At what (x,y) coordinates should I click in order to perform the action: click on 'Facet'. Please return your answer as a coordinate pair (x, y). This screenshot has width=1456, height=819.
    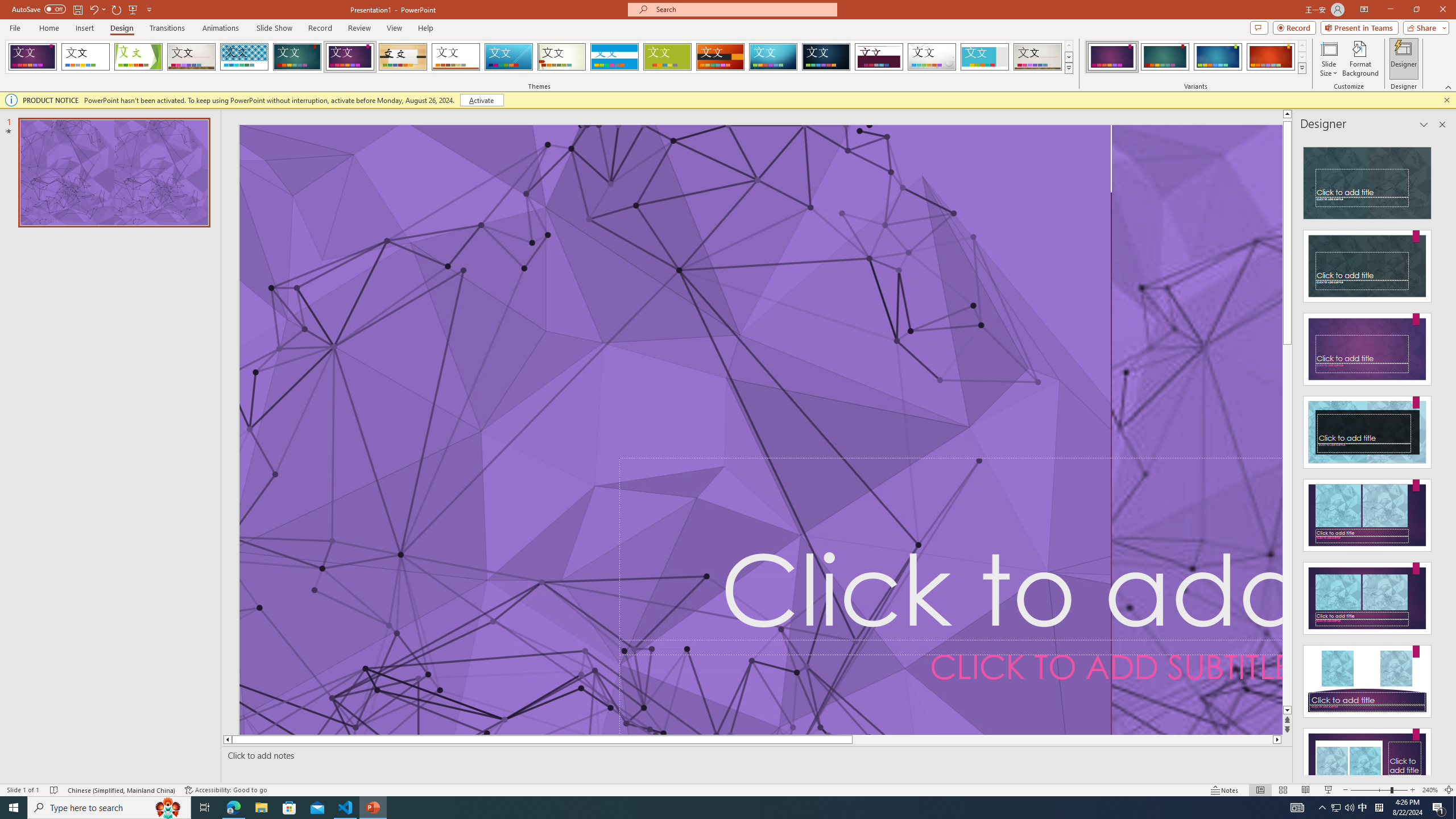
    Looking at the image, I should click on (138, 56).